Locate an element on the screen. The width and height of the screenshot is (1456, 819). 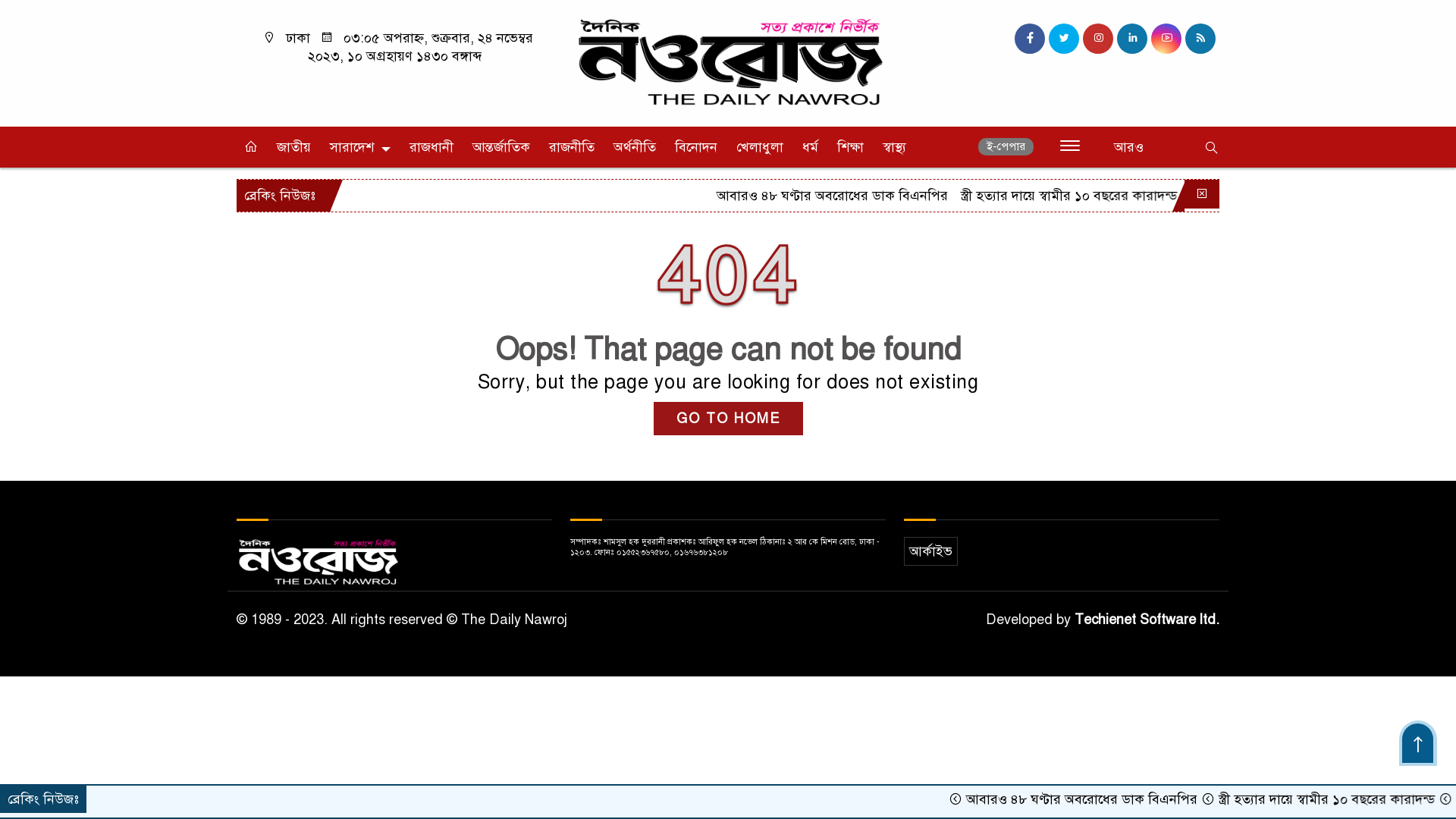
'twitter' is located at coordinates (1062, 37).